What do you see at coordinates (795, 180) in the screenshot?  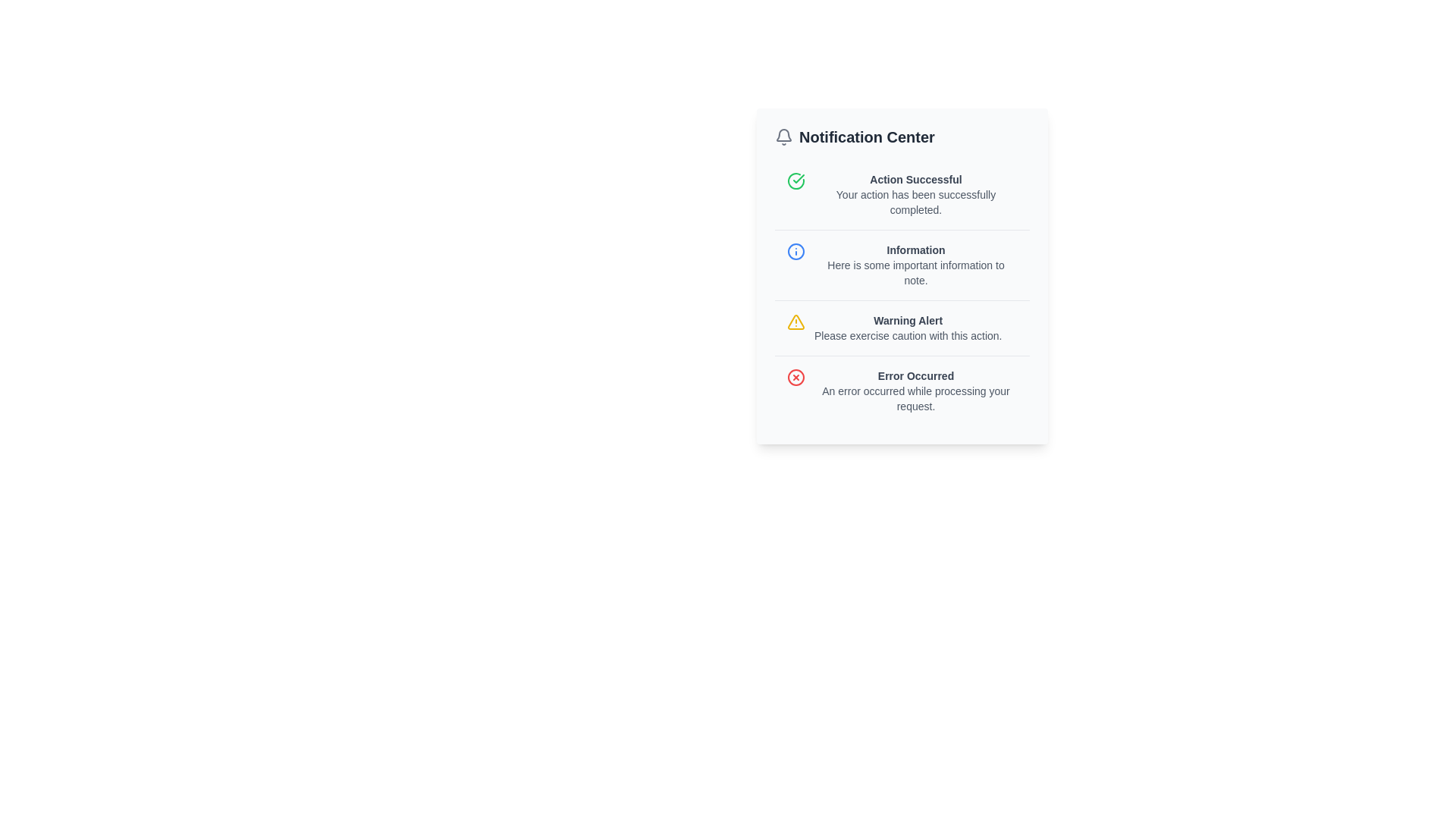 I see `the circular icon with a green border and a checkmark inside, which indicates completion or success, located at the top left of the 'Action Successful' notification panel` at bounding box center [795, 180].